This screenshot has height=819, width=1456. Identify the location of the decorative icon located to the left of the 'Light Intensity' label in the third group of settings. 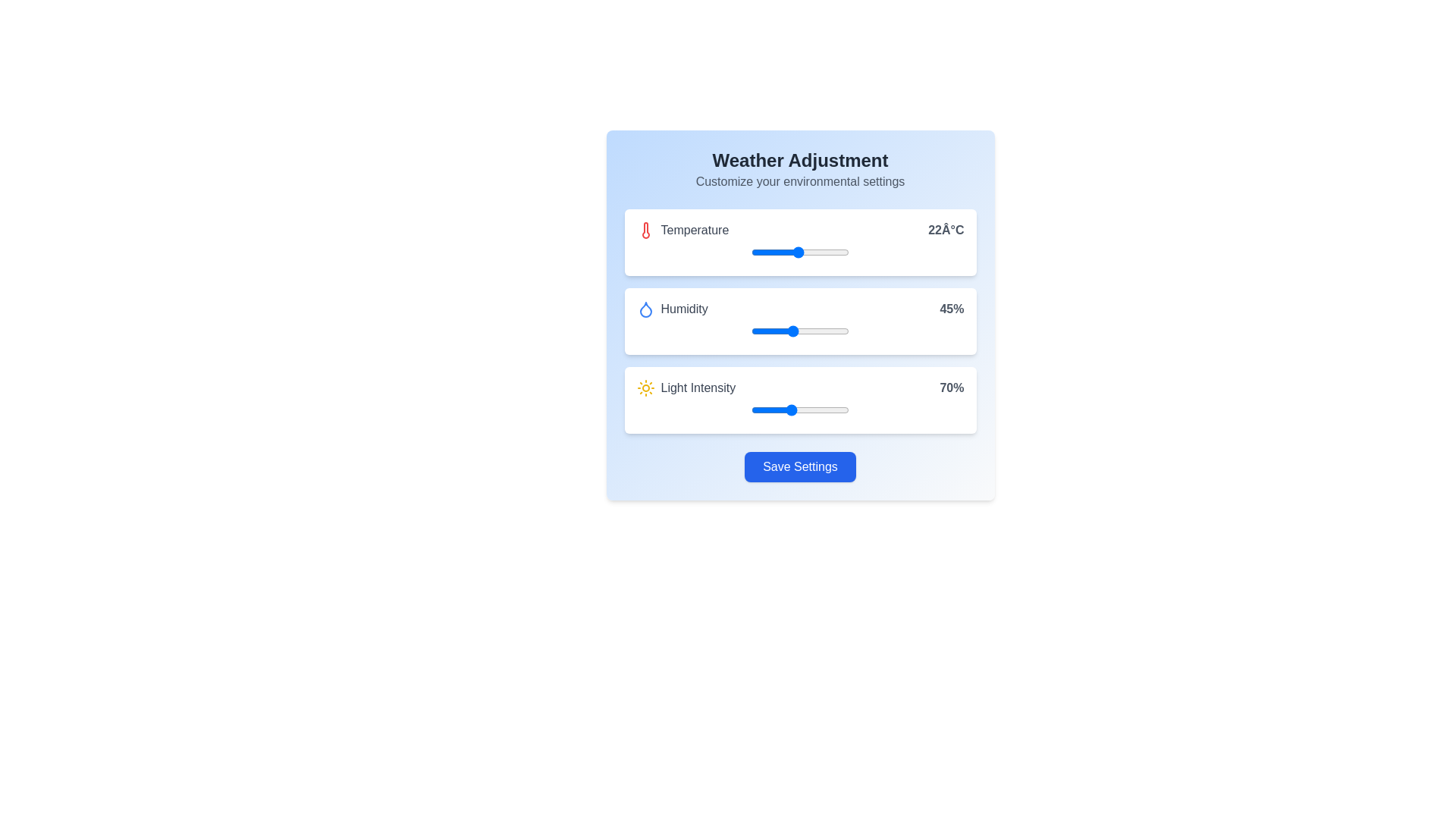
(645, 388).